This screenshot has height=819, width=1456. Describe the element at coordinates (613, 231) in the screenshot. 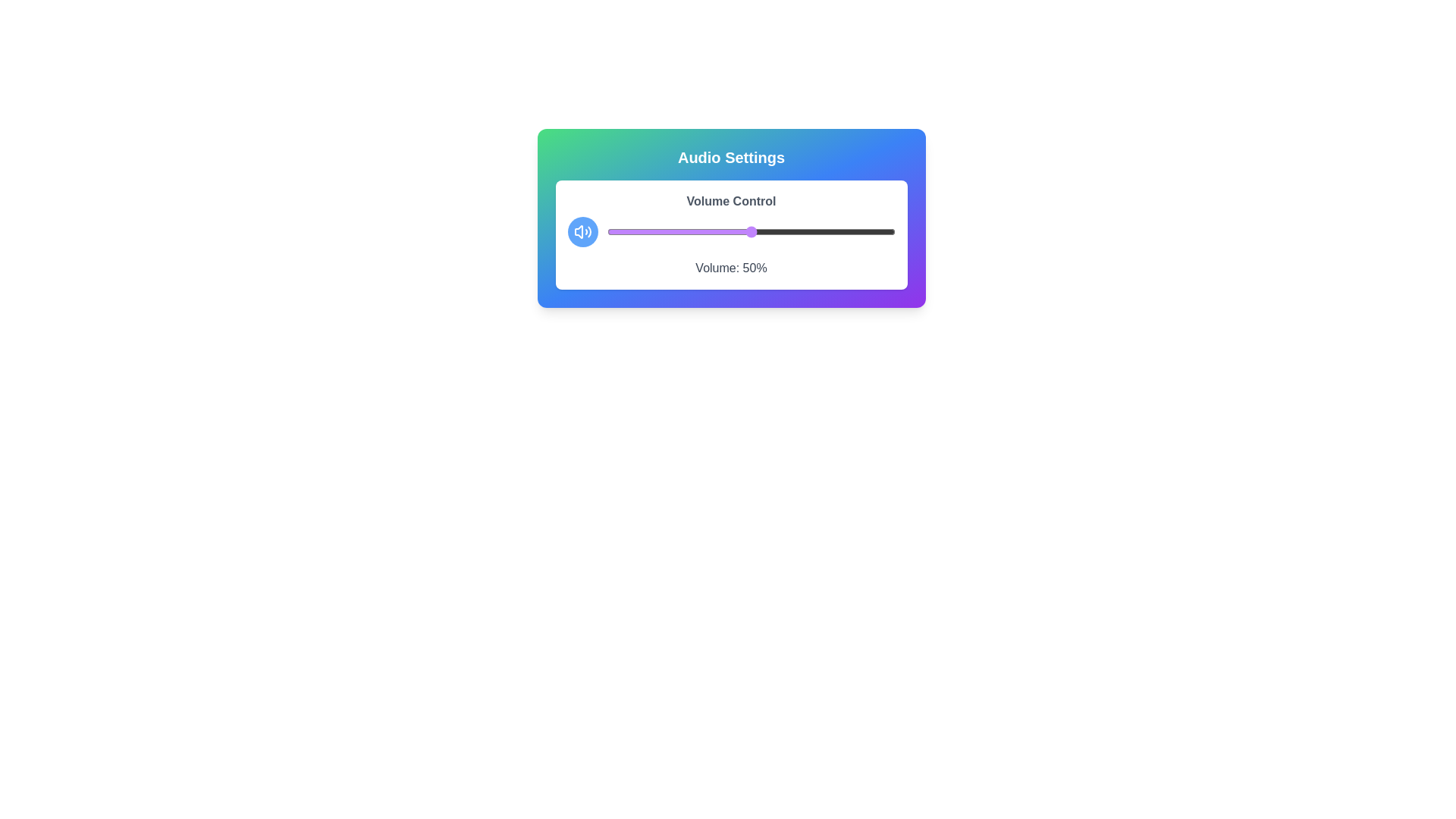

I see `volume` at that location.